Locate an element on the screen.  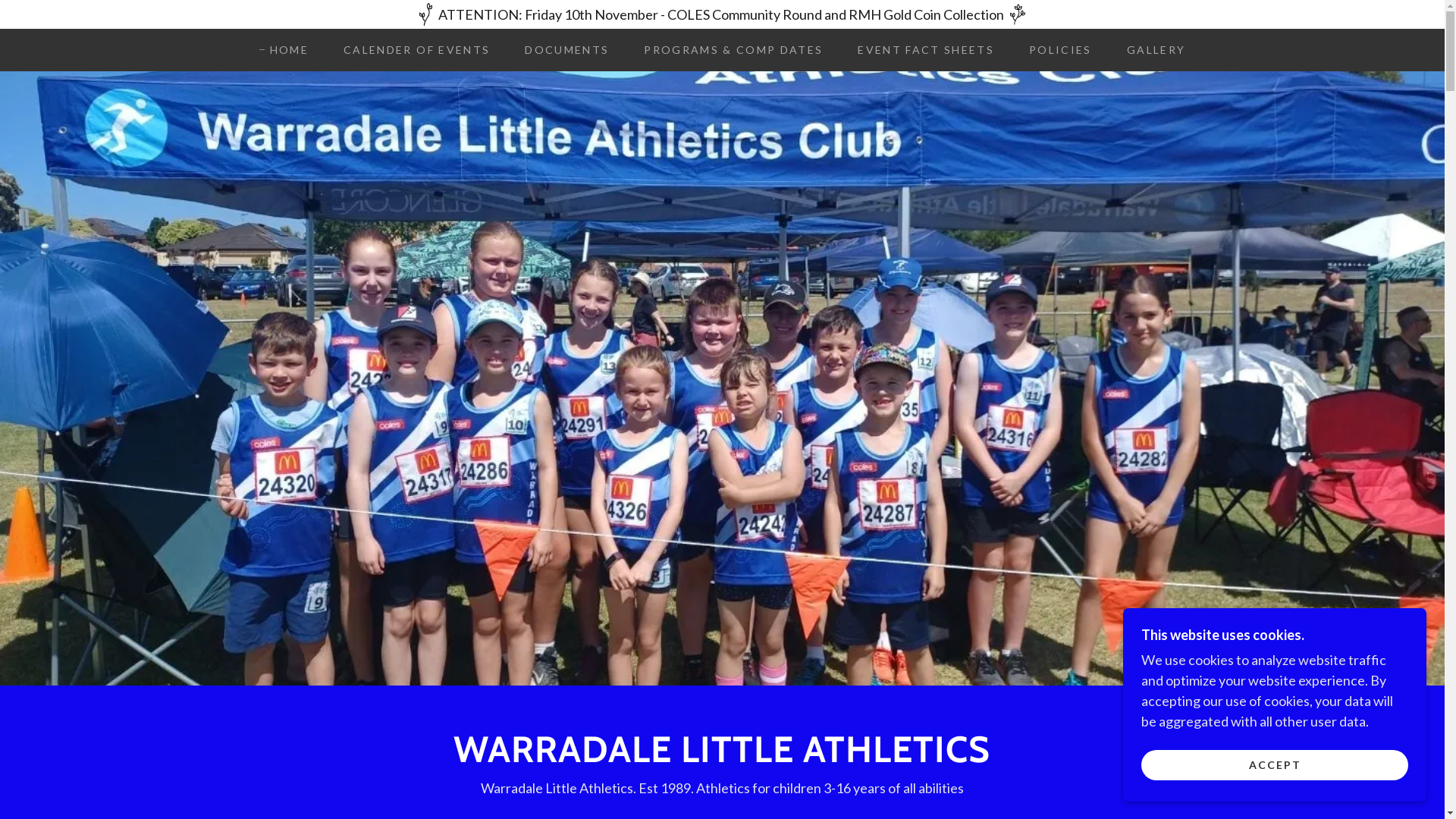
'GALLERY' is located at coordinates (1150, 49).